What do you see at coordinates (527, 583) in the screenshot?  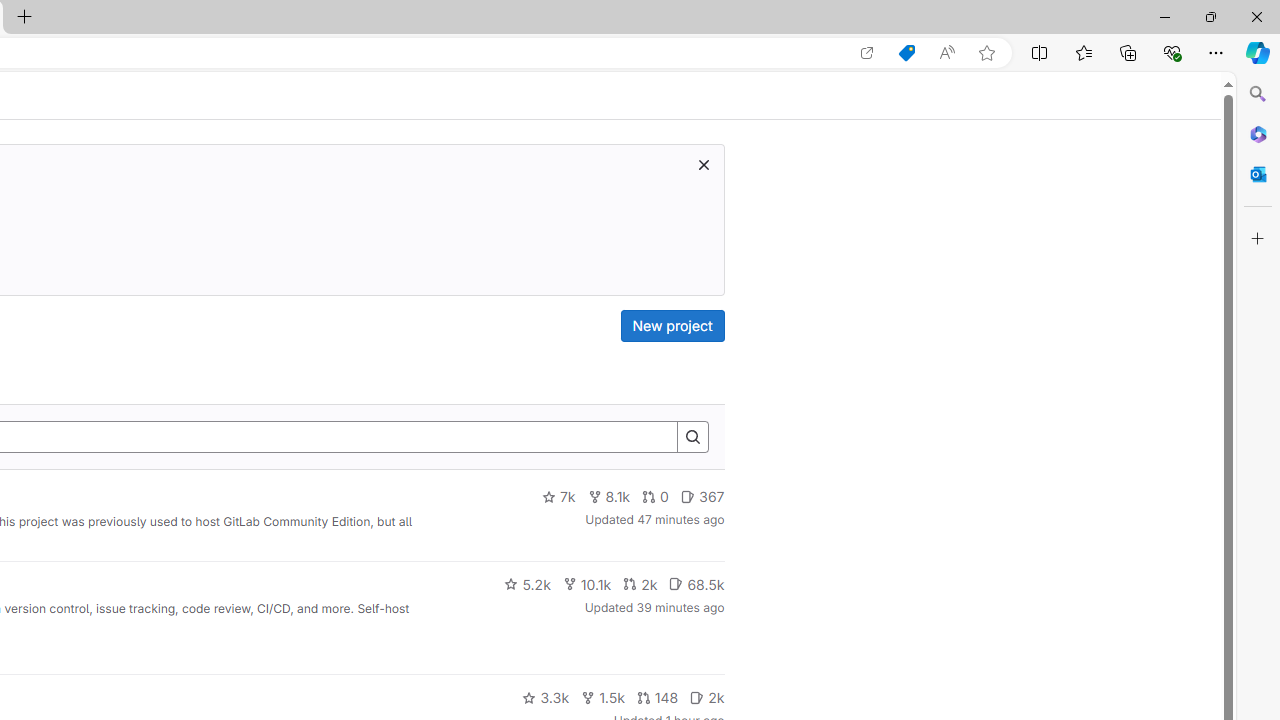 I see `'5.2k'` at bounding box center [527, 583].